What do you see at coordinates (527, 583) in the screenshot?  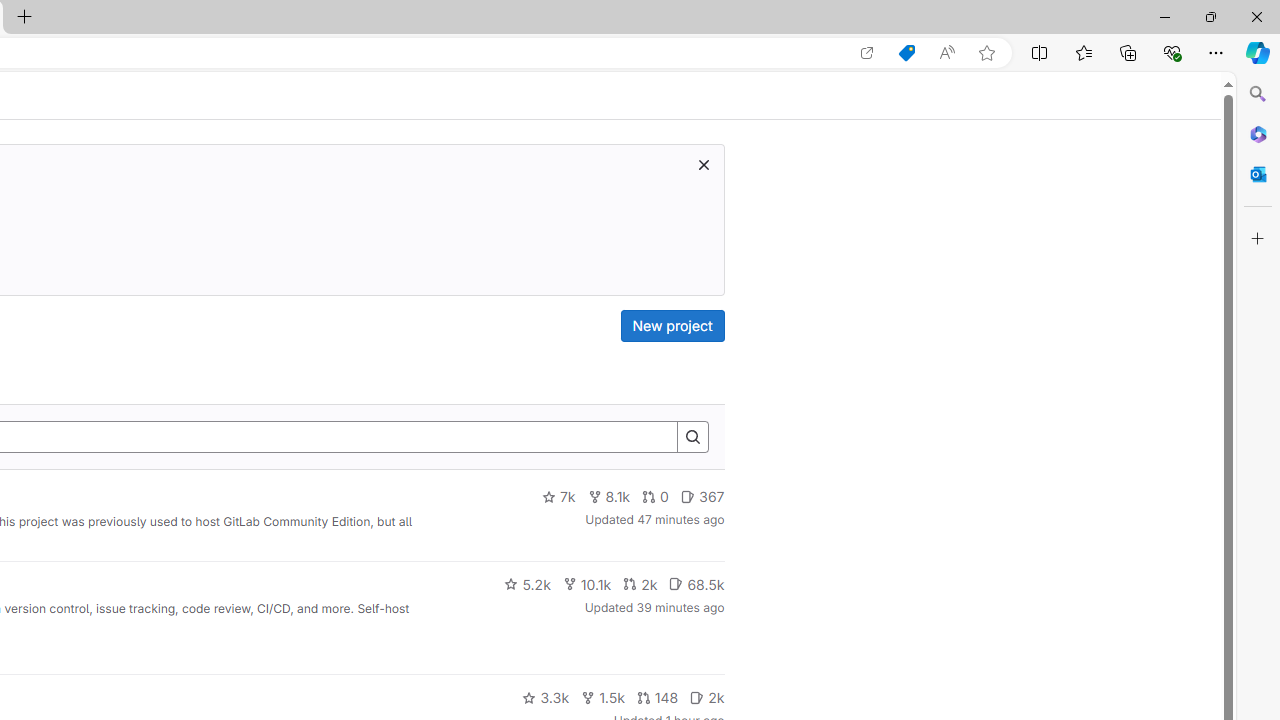 I see `'5.2k'` at bounding box center [527, 583].